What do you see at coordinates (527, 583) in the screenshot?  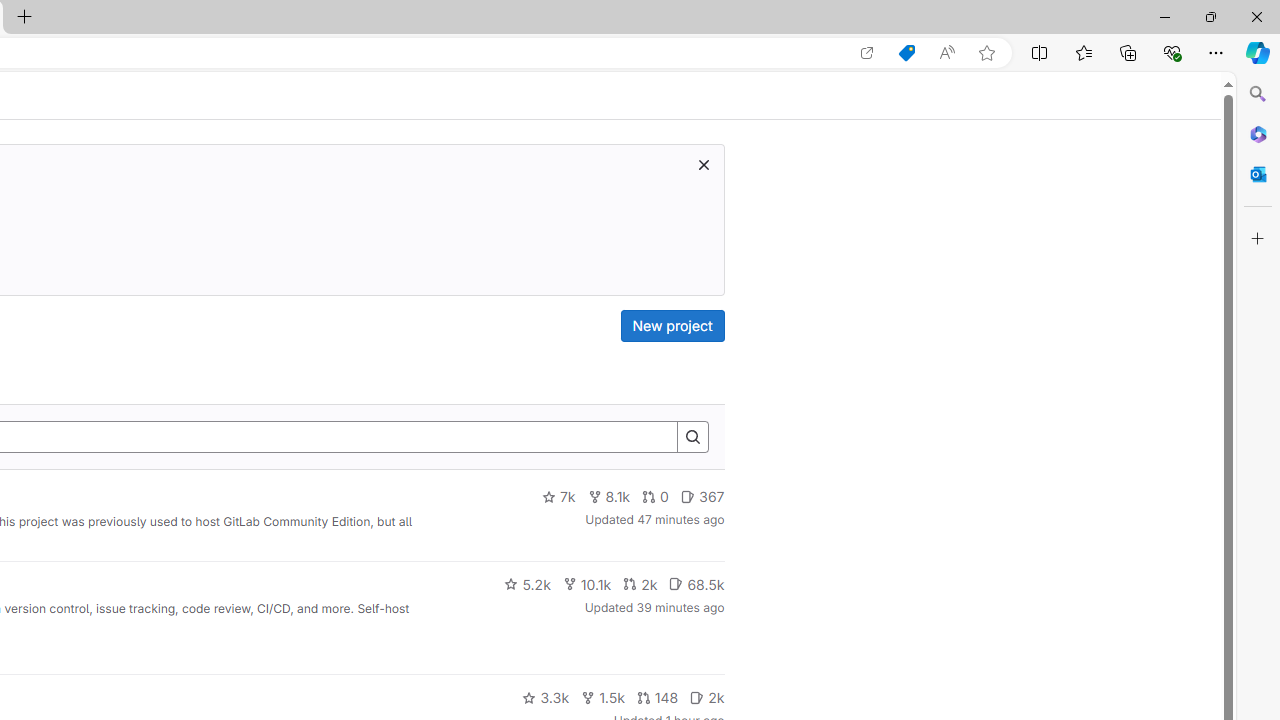 I see `'5.2k'` at bounding box center [527, 583].